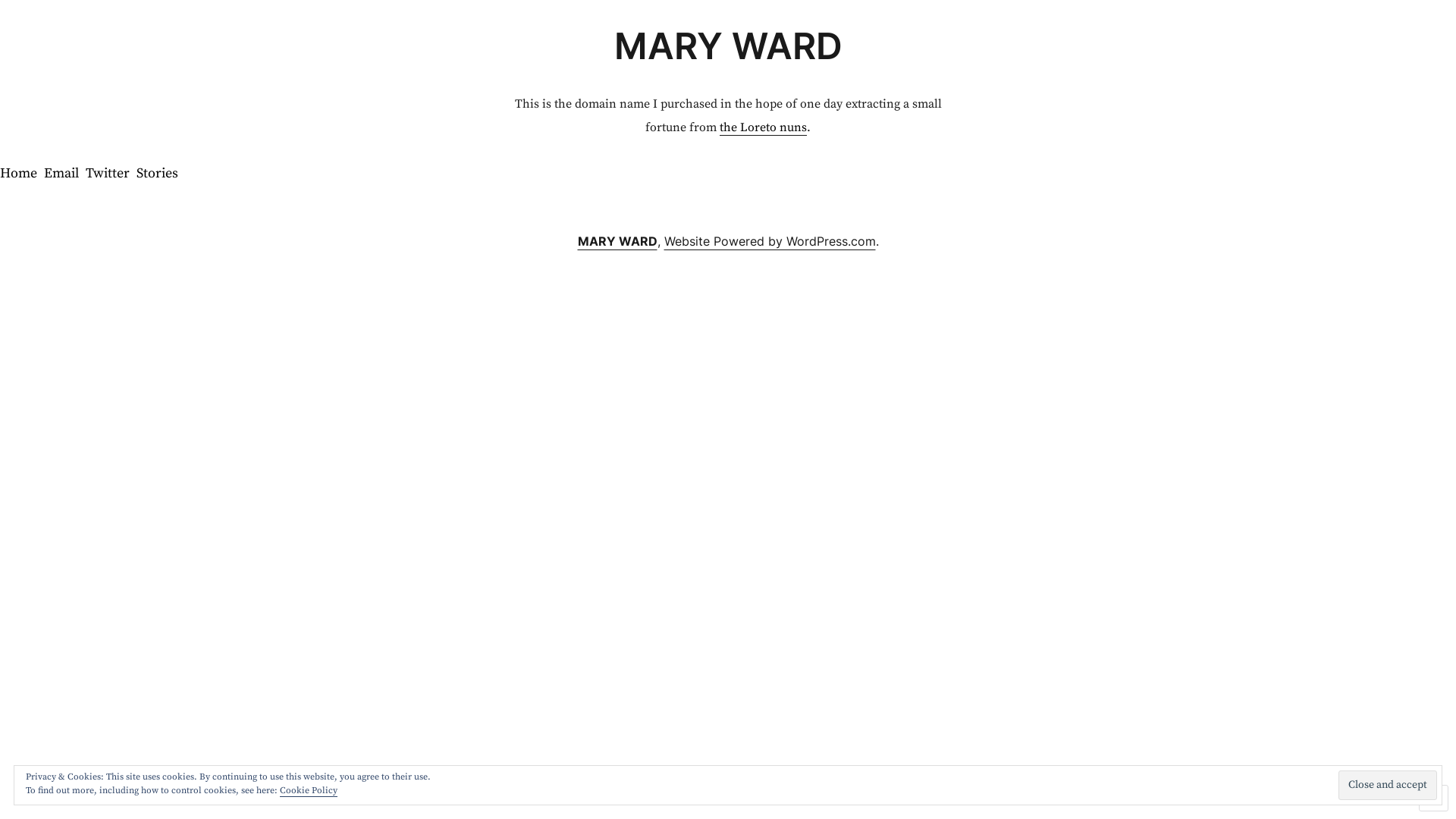 The image size is (1456, 819). I want to click on 'Website Powered by WordPress.com', so click(770, 240).